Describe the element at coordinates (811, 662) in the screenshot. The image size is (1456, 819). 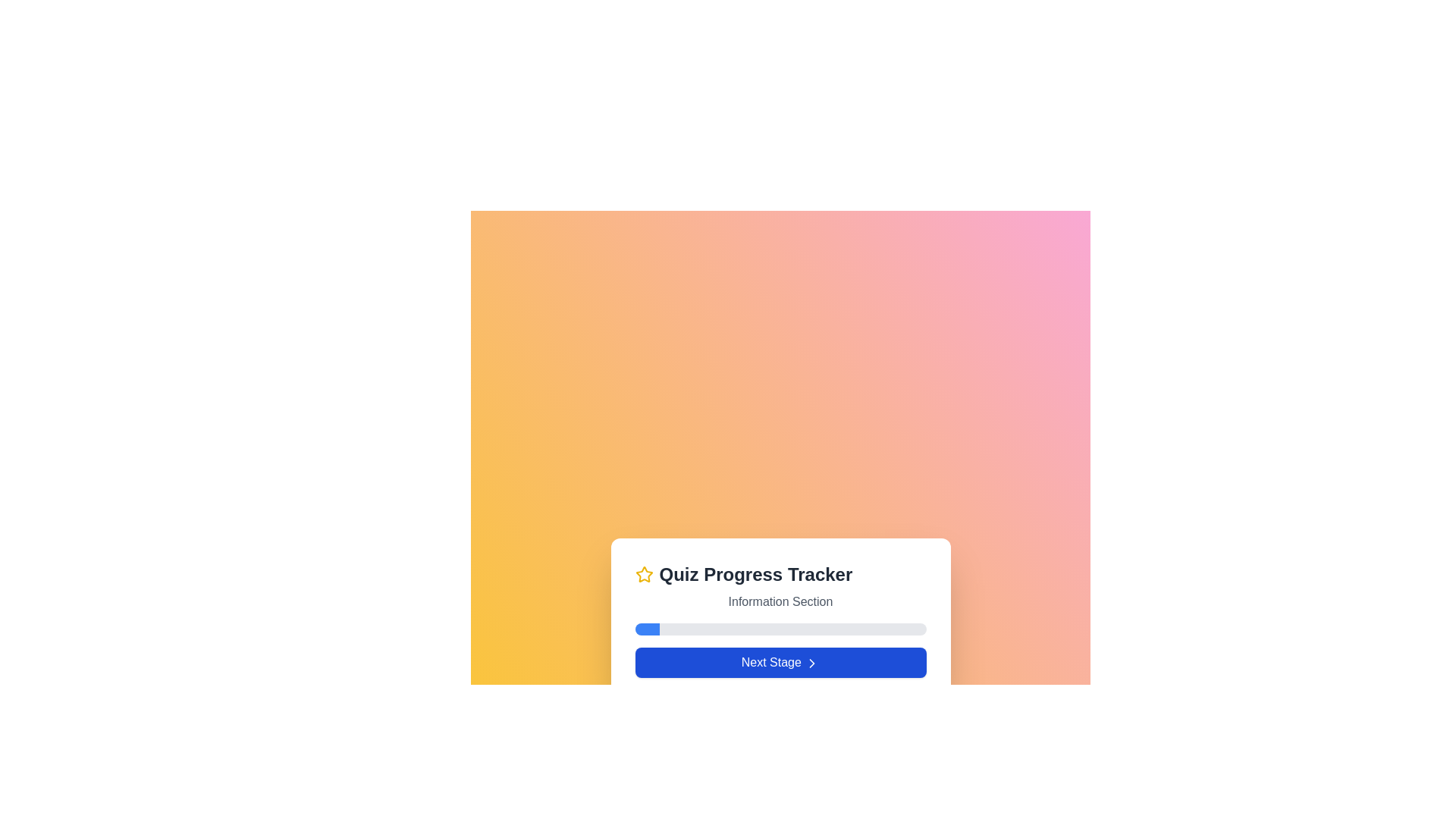
I see `the chevron icon located at the rightmost side of the 'Next Stage' button to indicate forward navigation` at that location.